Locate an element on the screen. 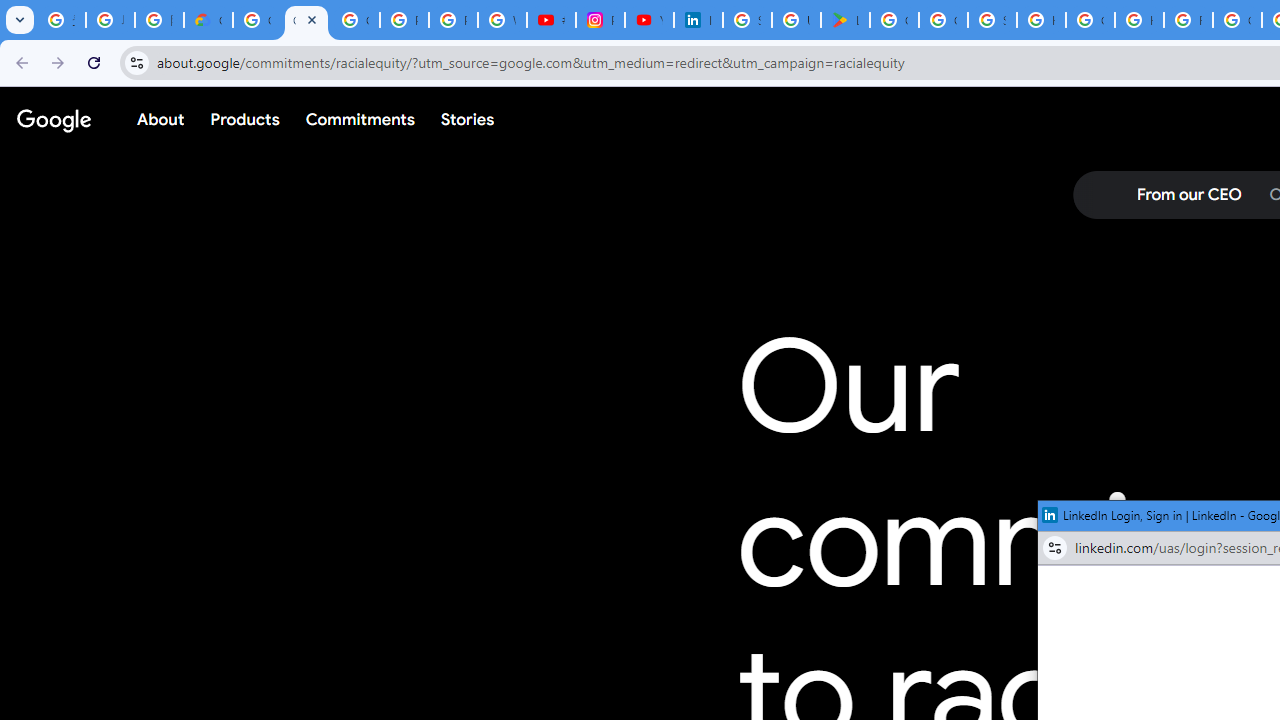 Image resolution: width=1280 pixels, height=720 pixels. 'Privacy Help Center - Policies Help' is located at coordinates (452, 20).